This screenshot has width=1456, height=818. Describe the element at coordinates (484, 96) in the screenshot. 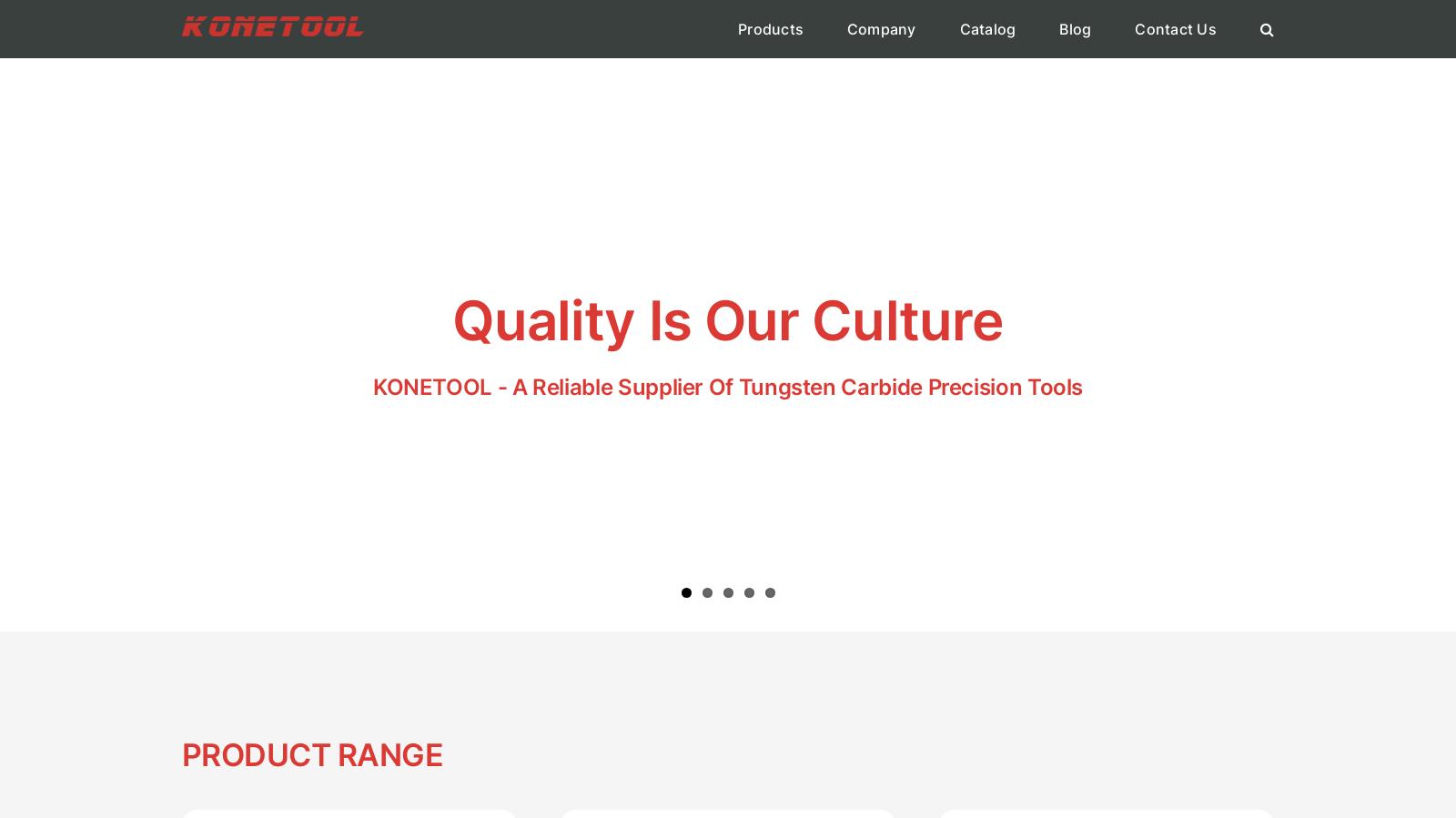

I see `'Industrial Knives'` at that location.